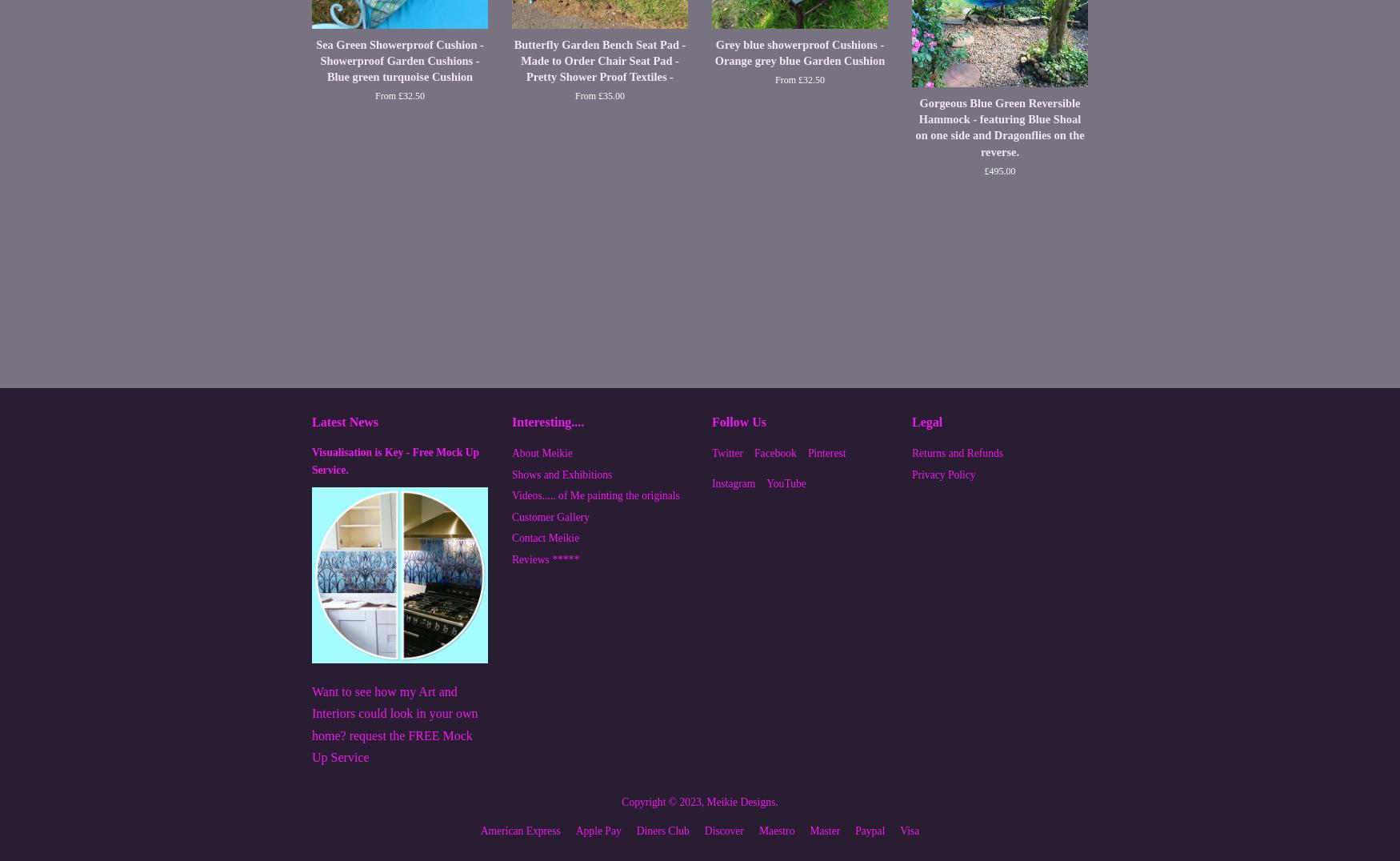 This screenshot has height=861, width=1400. What do you see at coordinates (598, 831) in the screenshot?
I see `'apple pay'` at bounding box center [598, 831].